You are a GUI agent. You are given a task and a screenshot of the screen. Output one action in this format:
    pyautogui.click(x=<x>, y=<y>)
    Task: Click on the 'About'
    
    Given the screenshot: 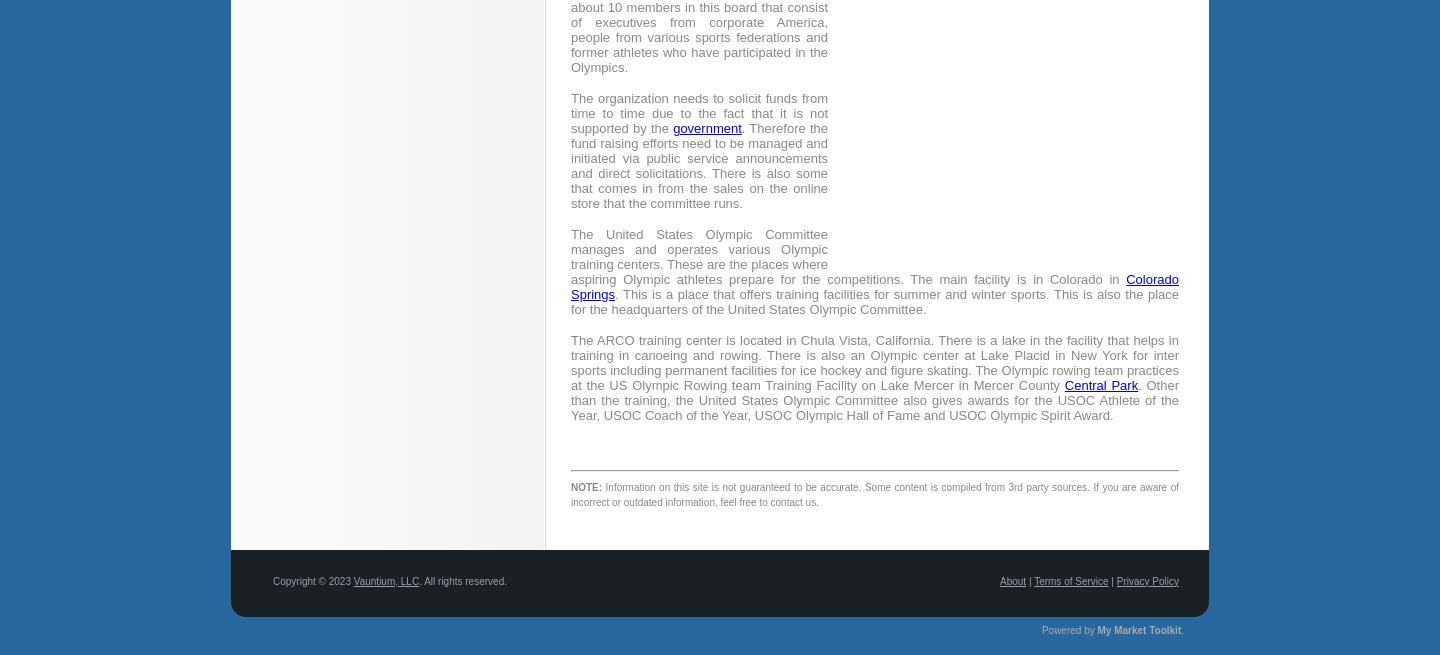 What is the action you would take?
    pyautogui.click(x=1012, y=580)
    